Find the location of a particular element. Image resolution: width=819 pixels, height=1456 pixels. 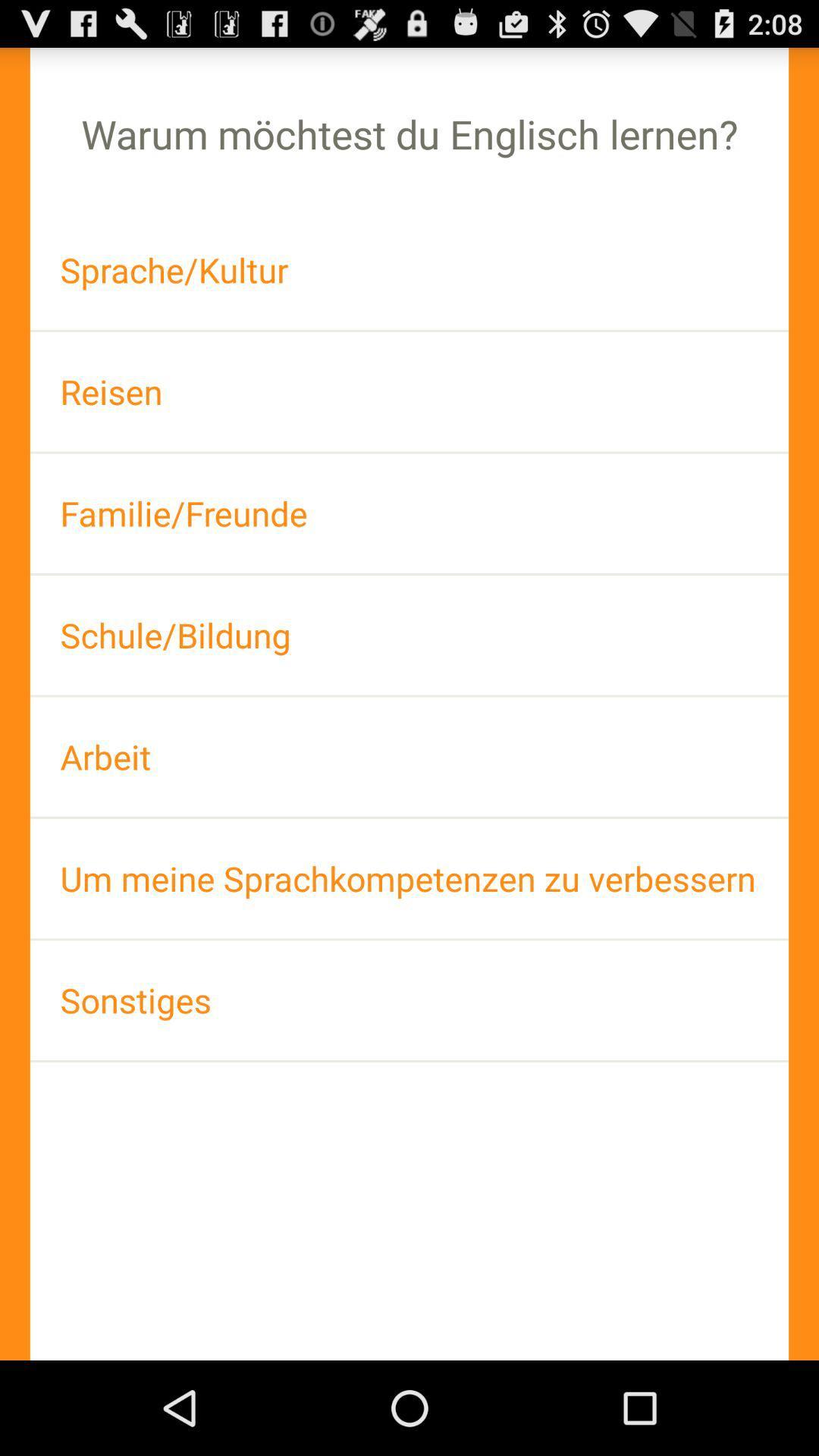

item above the sonstiges icon is located at coordinates (409, 878).